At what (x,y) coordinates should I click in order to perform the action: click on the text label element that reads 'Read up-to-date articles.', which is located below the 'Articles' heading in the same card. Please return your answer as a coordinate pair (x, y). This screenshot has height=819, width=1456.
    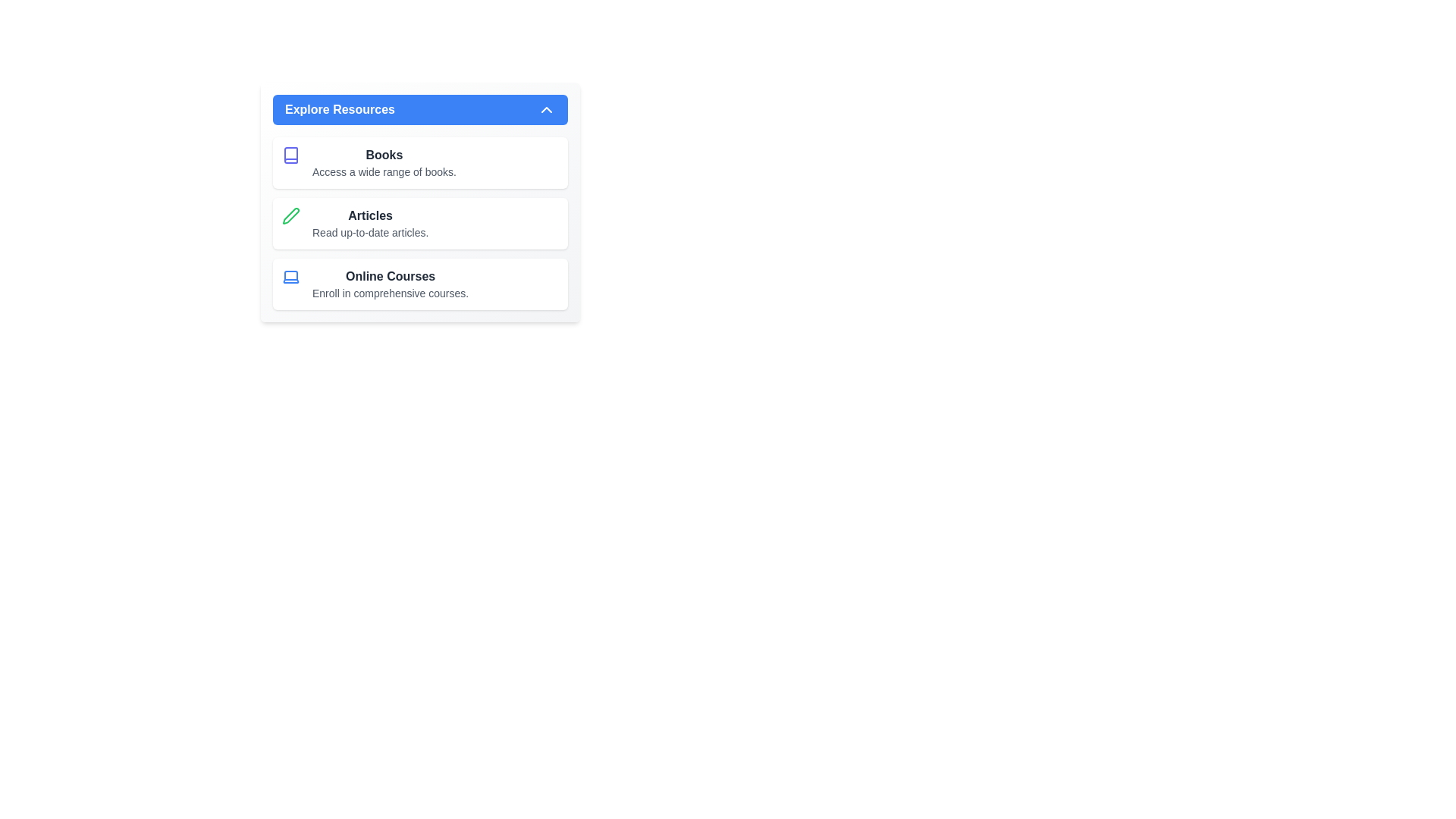
    Looking at the image, I should click on (370, 233).